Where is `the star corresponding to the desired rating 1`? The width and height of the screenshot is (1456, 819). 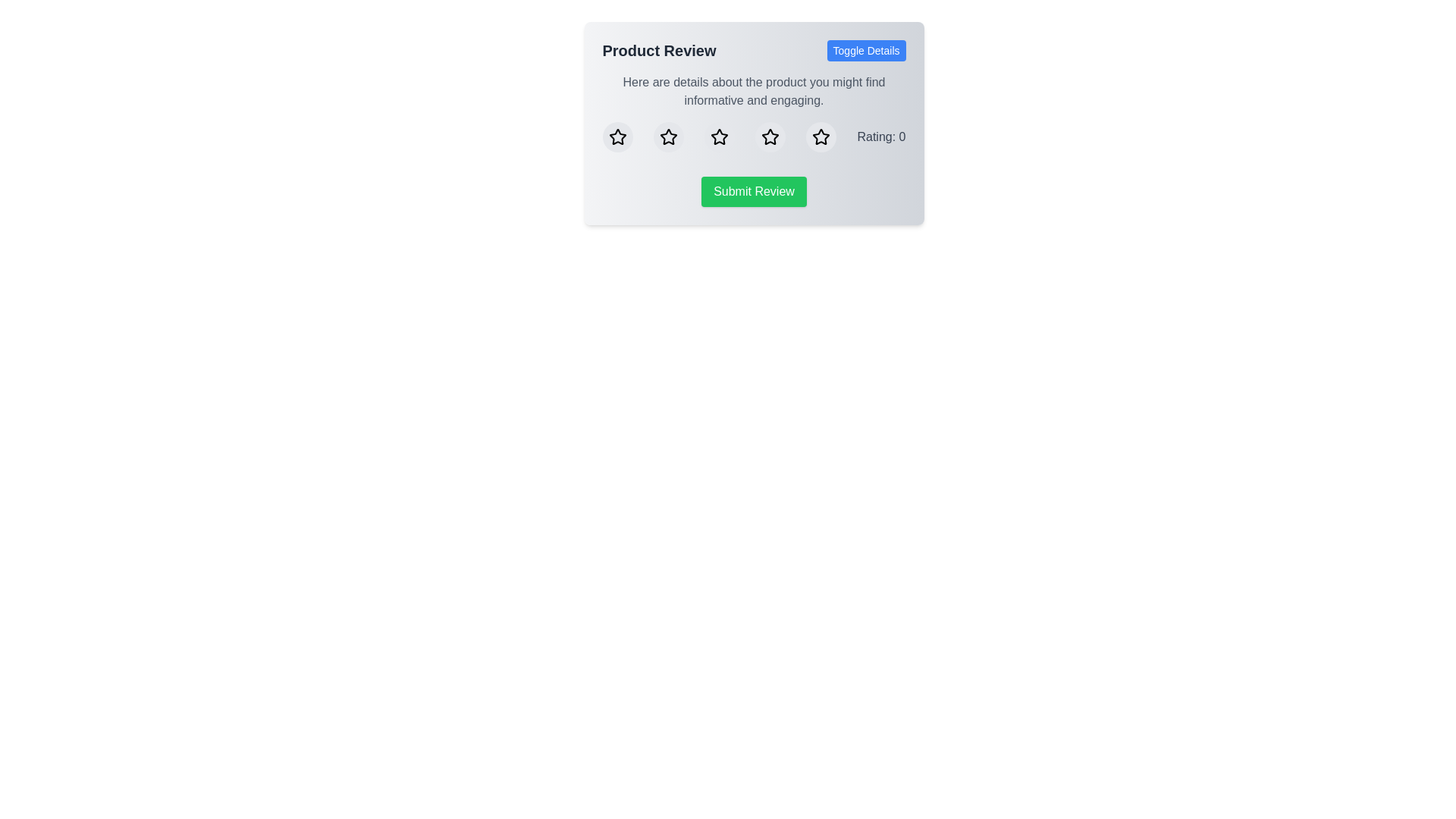
the star corresponding to the desired rating 1 is located at coordinates (617, 137).